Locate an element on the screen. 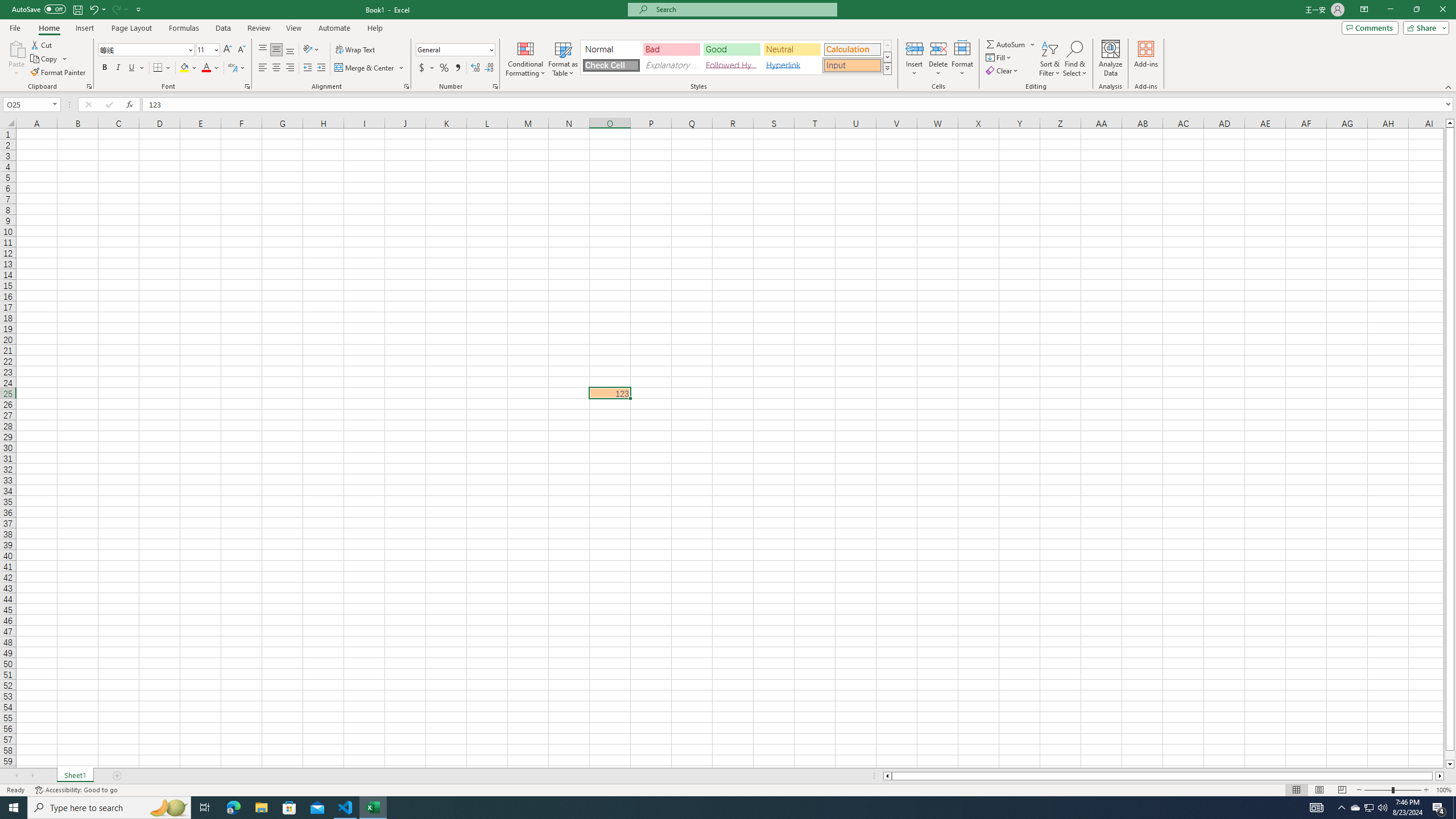 The height and width of the screenshot is (819, 1456). 'Fill Color RGB(255, 255, 0)' is located at coordinates (183, 67).